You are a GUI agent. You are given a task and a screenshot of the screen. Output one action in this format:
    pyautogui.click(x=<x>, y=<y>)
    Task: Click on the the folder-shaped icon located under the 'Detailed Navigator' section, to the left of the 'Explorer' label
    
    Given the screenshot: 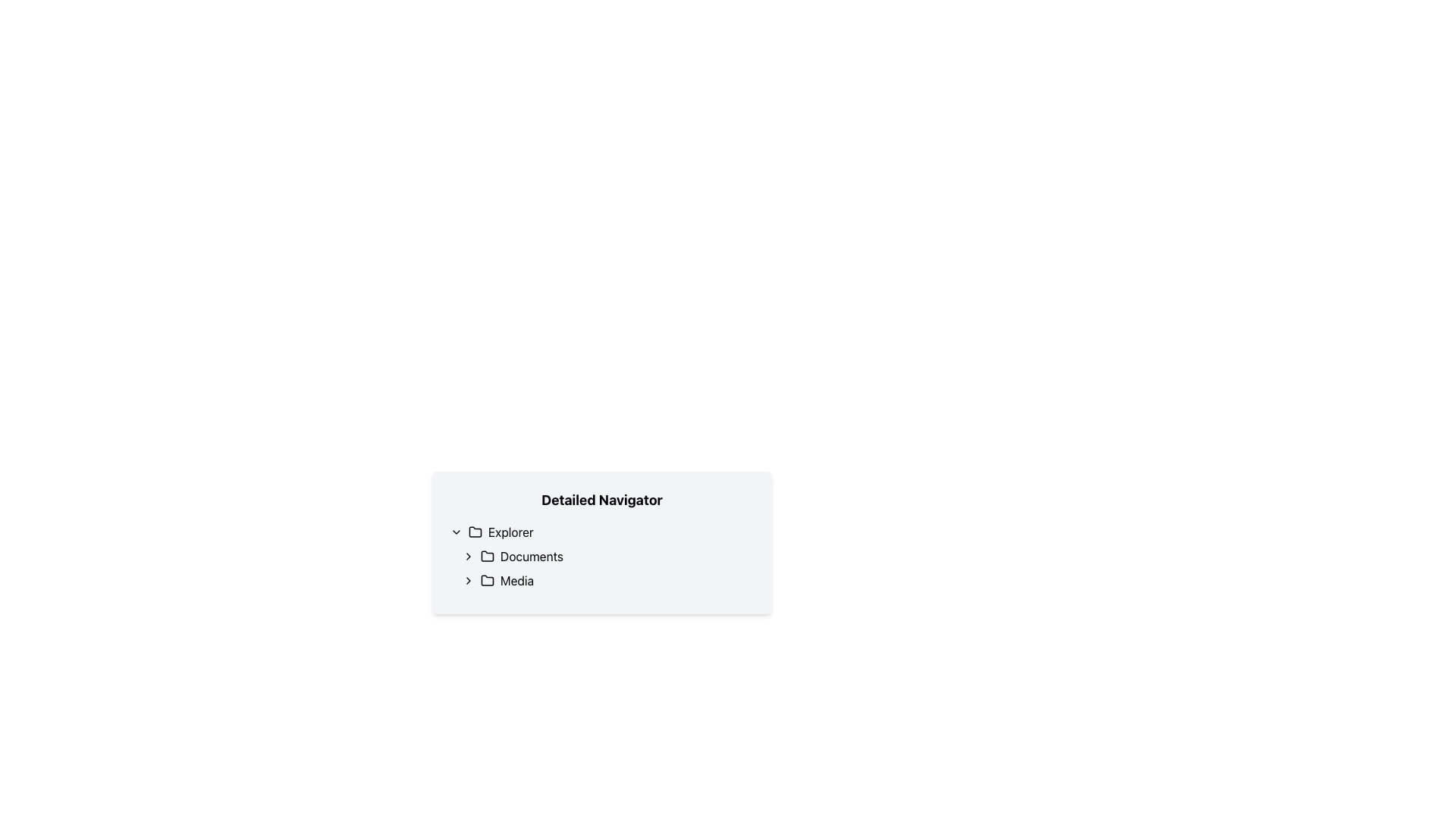 What is the action you would take?
    pyautogui.click(x=475, y=531)
    